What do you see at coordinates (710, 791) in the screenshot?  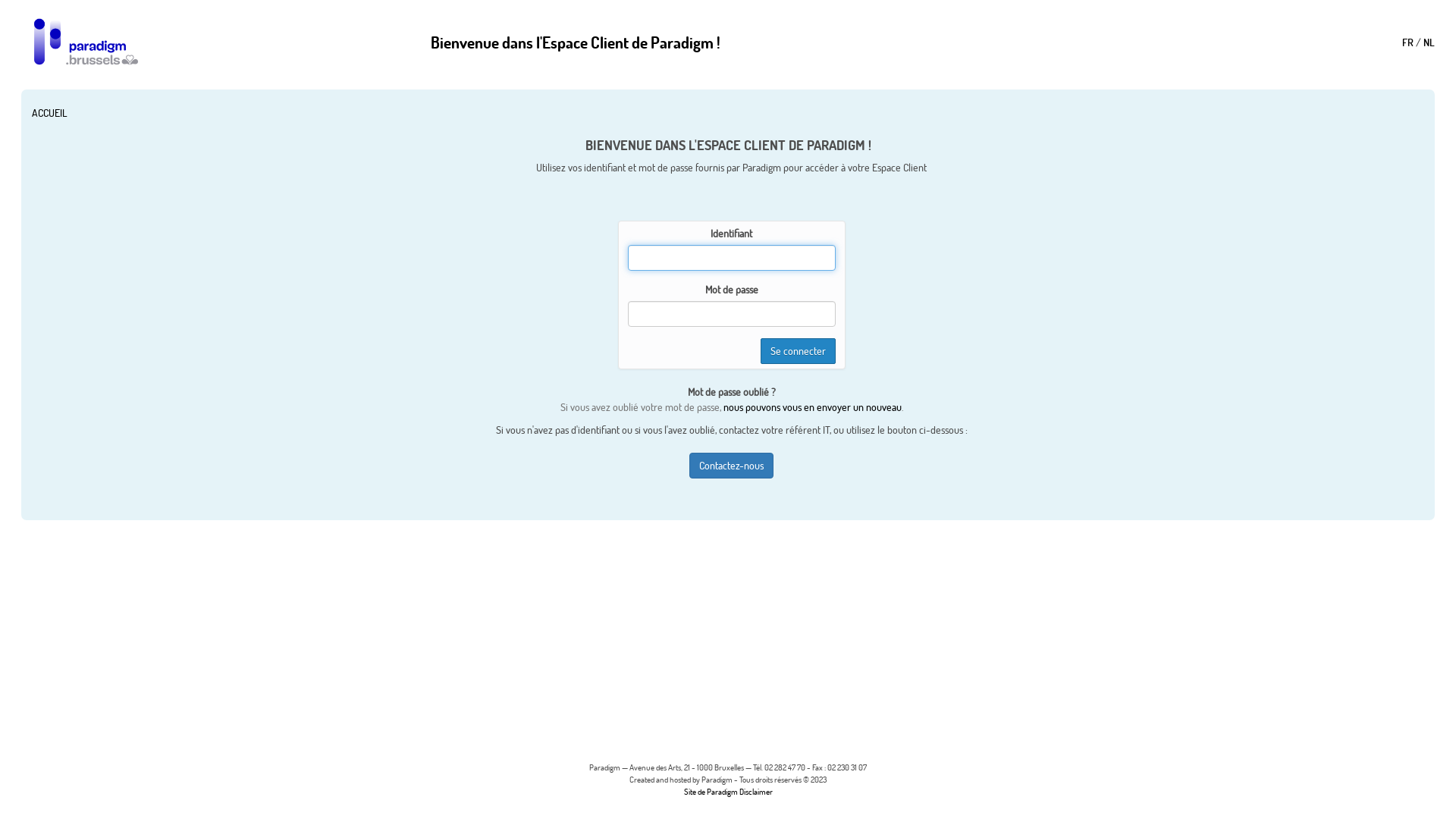 I see `'Site de Paradigm'` at bounding box center [710, 791].